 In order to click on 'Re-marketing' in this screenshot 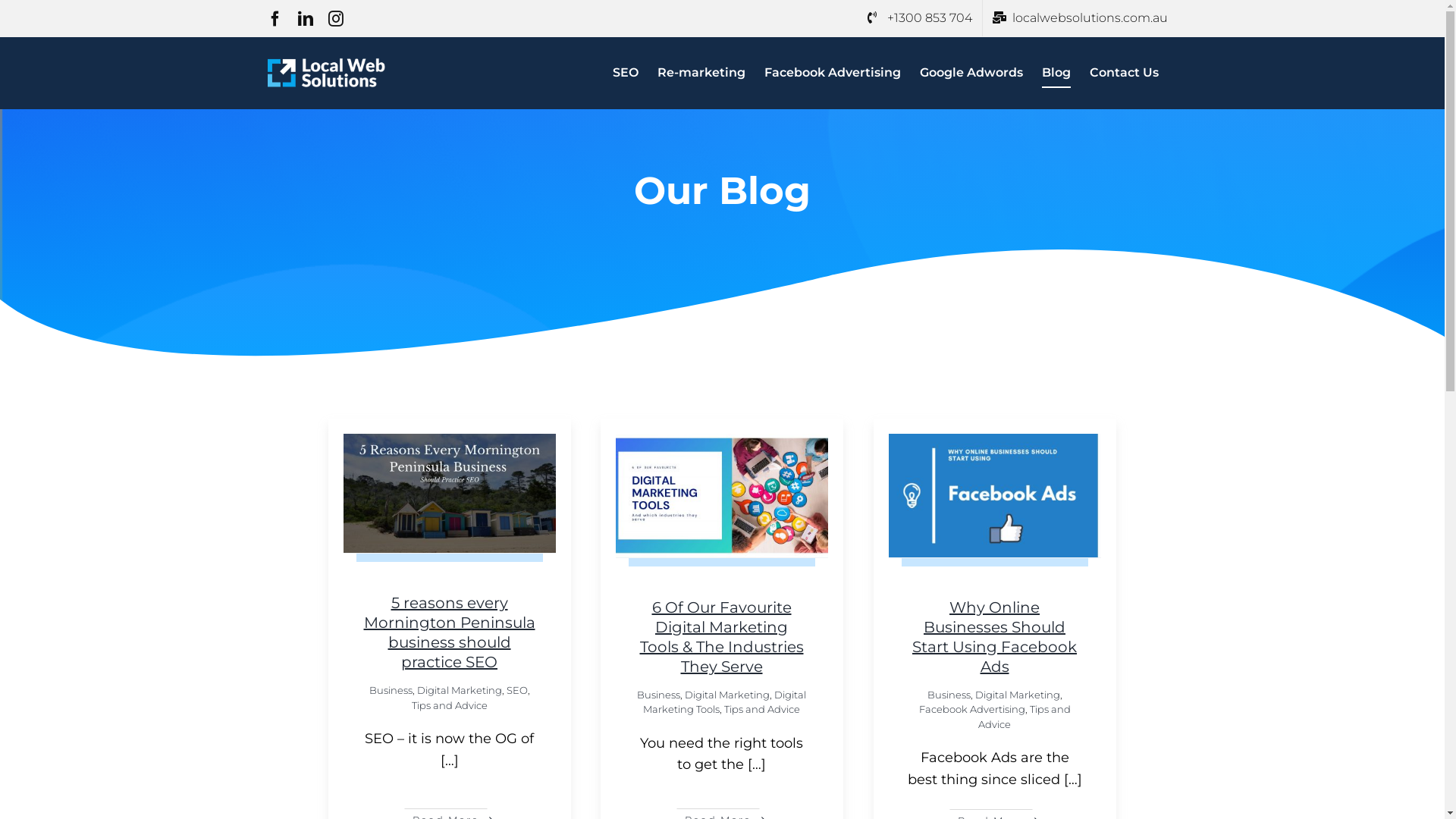, I will do `click(700, 73)`.